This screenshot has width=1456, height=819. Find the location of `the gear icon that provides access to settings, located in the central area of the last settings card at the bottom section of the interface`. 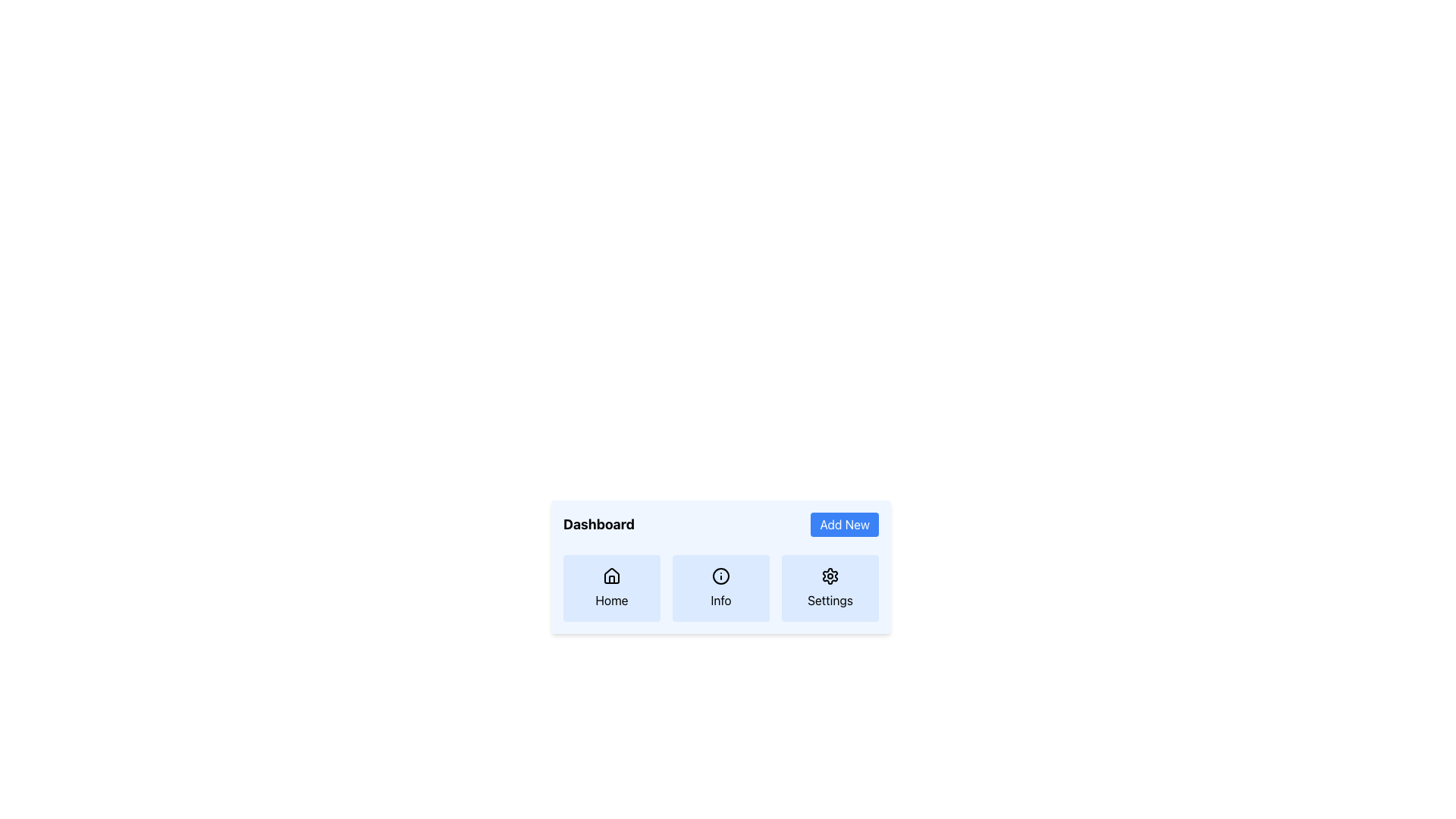

the gear icon that provides access to settings, located in the central area of the last settings card at the bottom section of the interface is located at coordinates (829, 576).